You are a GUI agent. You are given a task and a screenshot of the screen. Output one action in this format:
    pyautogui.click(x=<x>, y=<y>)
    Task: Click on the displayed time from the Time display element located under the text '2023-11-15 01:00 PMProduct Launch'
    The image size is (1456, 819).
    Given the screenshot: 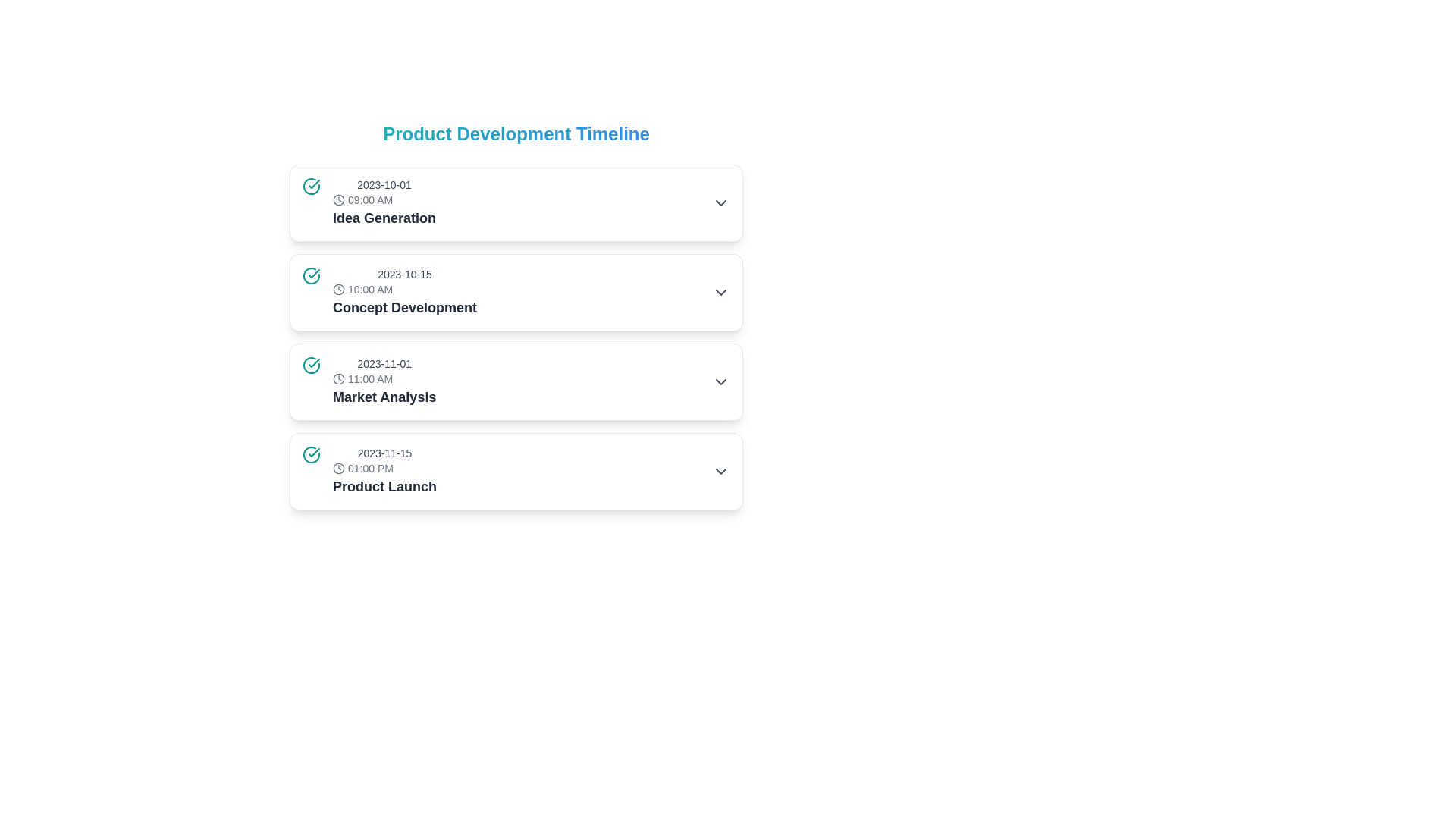 What is the action you would take?
    pyautogui.click(x=384, y=467)
    